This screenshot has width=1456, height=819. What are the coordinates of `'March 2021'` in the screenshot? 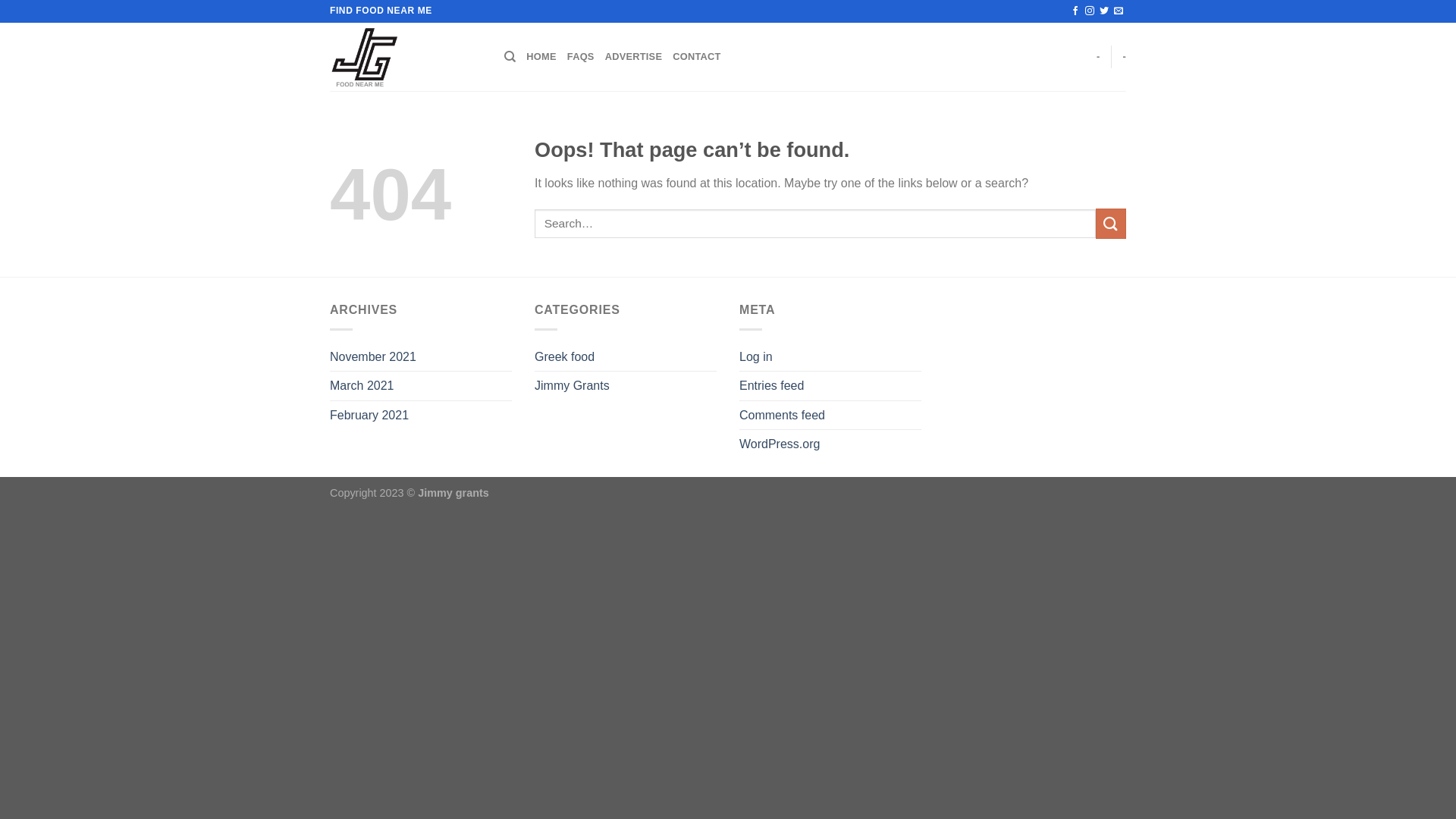 It's located at (361, 385).